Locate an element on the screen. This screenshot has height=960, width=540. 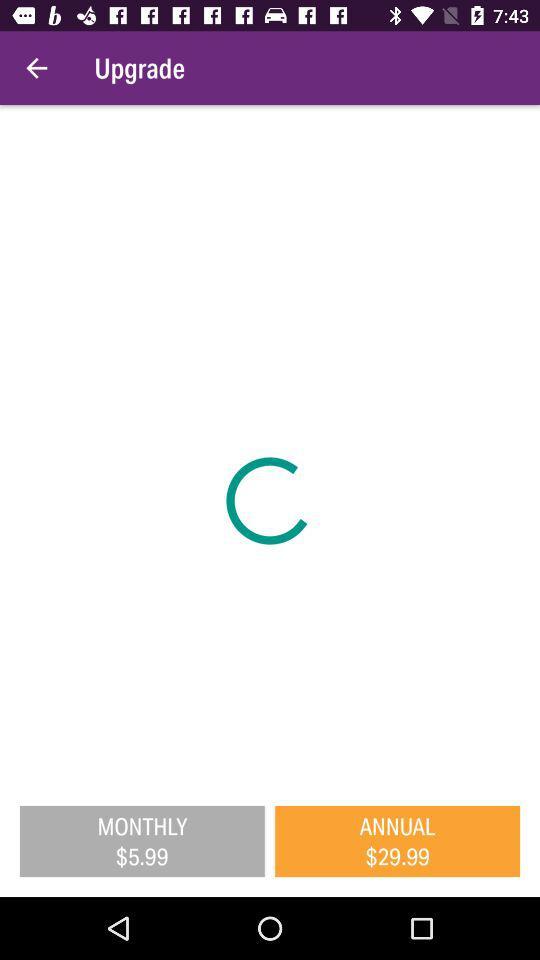
item to the right of the monthly is located at coordinates (397, 840).